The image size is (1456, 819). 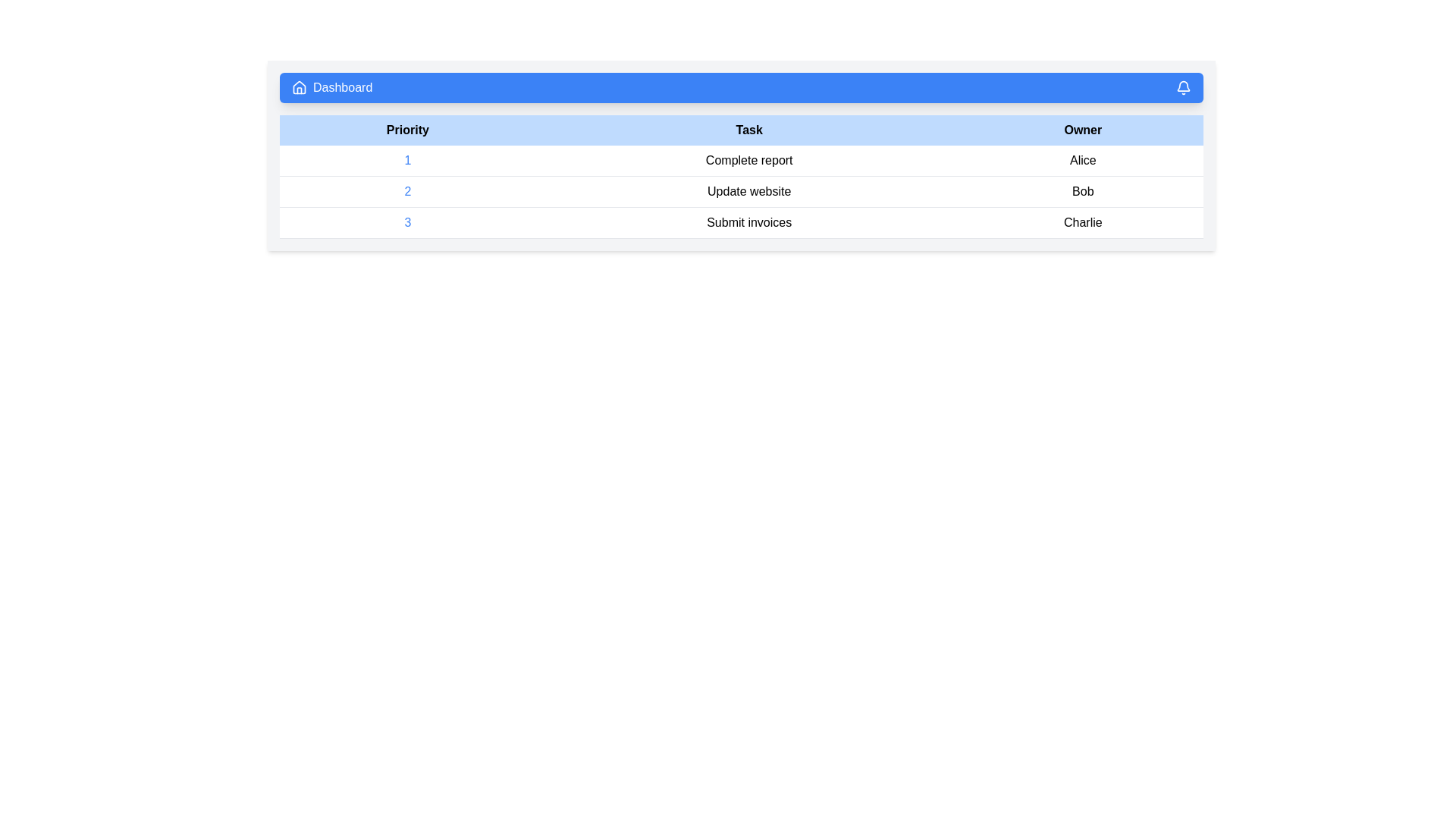 What do you see at coordinates (749, 161) in the screenshot?
I see `the static text label representing the task name in the first row of the table under the 'Task' column, which is associated with priority 1 and owner Alice` at bounding box center [749, 161].